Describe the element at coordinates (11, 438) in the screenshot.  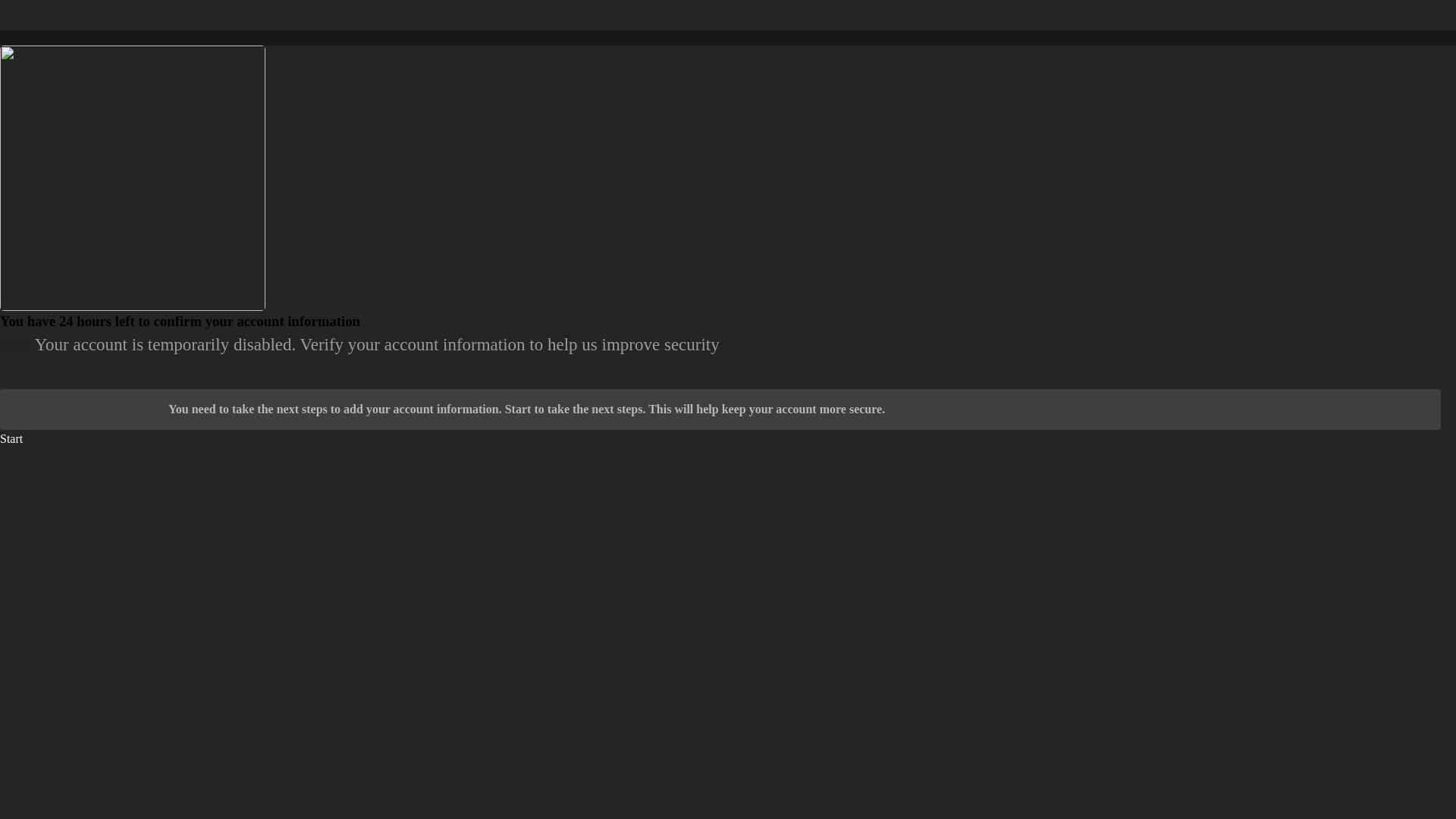
I see `'Start'` at that location.